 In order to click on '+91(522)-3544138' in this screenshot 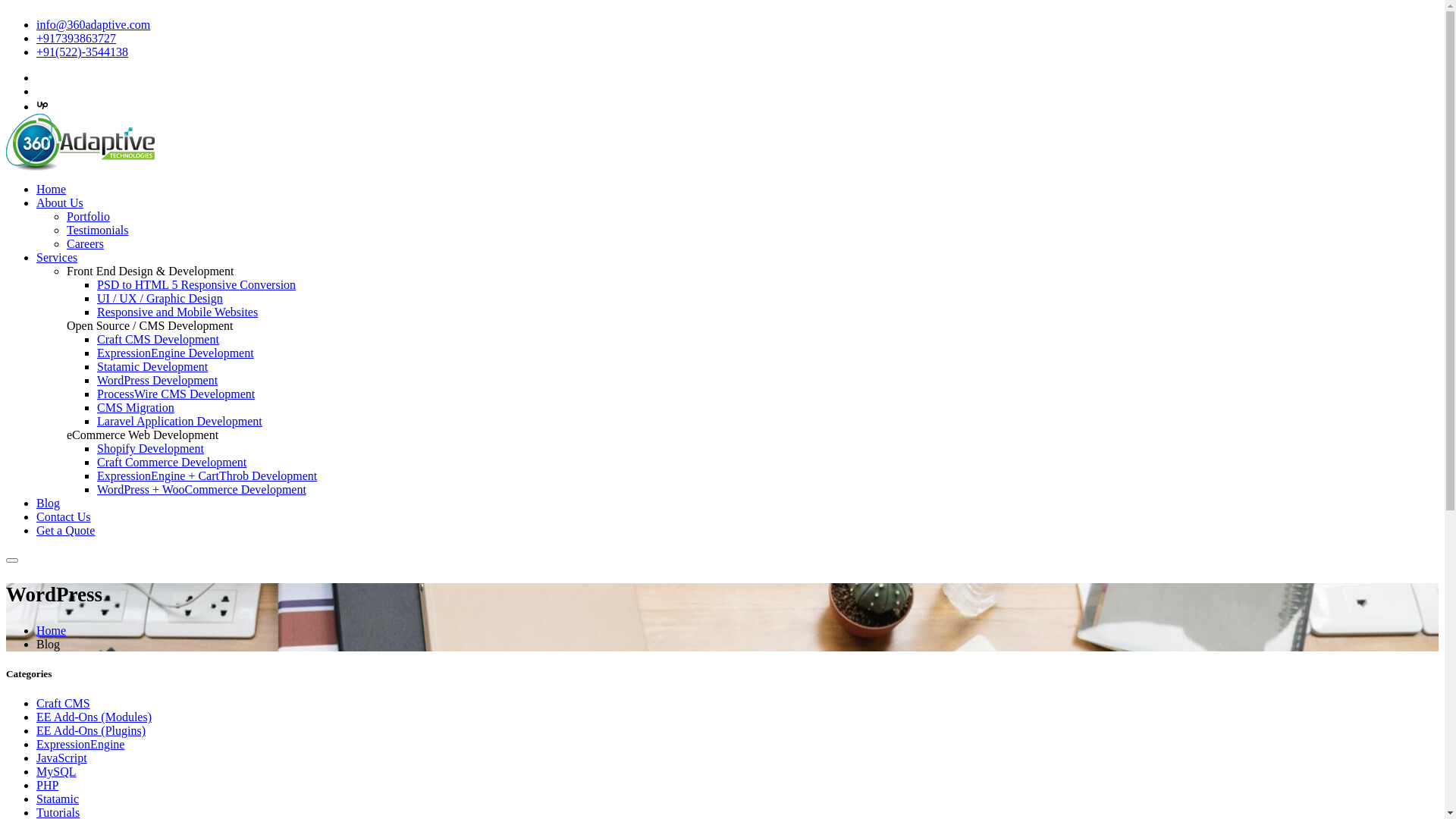, I will do `click(36, 51)`.